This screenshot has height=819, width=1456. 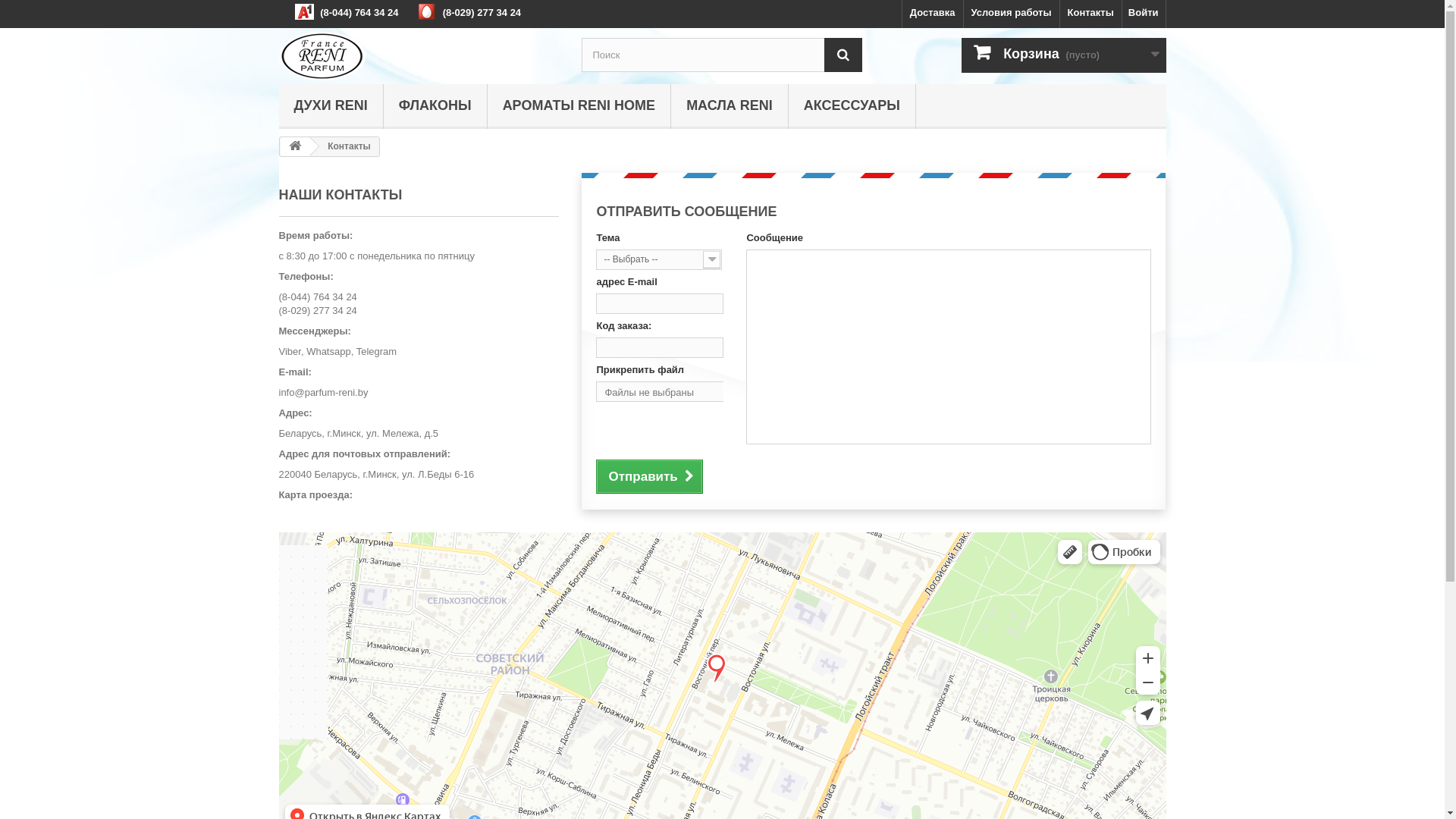 What do you see at coordinates (317, 297) in the screenshot?
I see `'(8-044) 764 34 24'` at bounding box center [317, 297].